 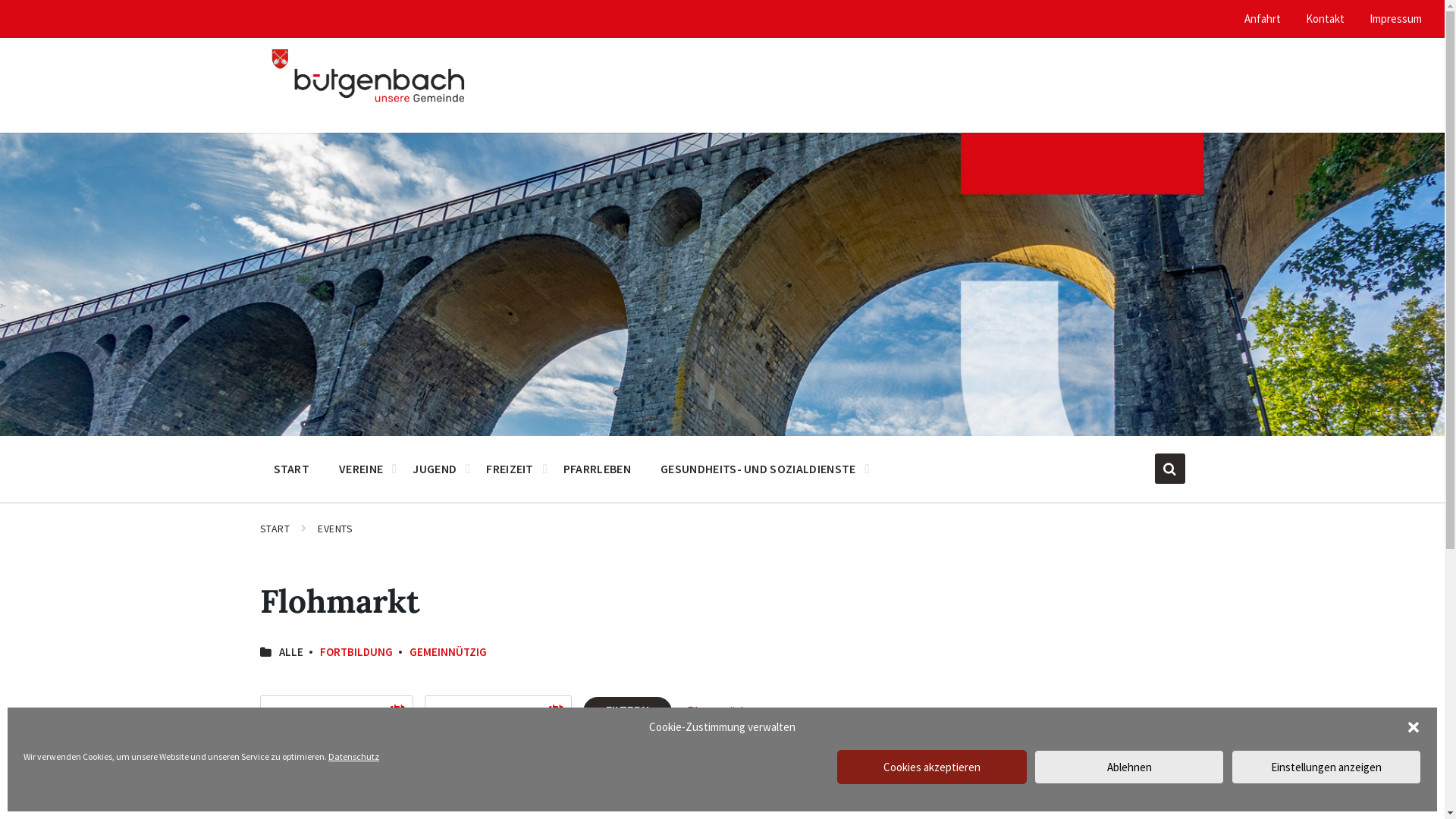 What do you see at coordinates (1325, 767) in the screenshot?
I see `'Einstellungen anzeigen'` at bounding box center [1325, 767].